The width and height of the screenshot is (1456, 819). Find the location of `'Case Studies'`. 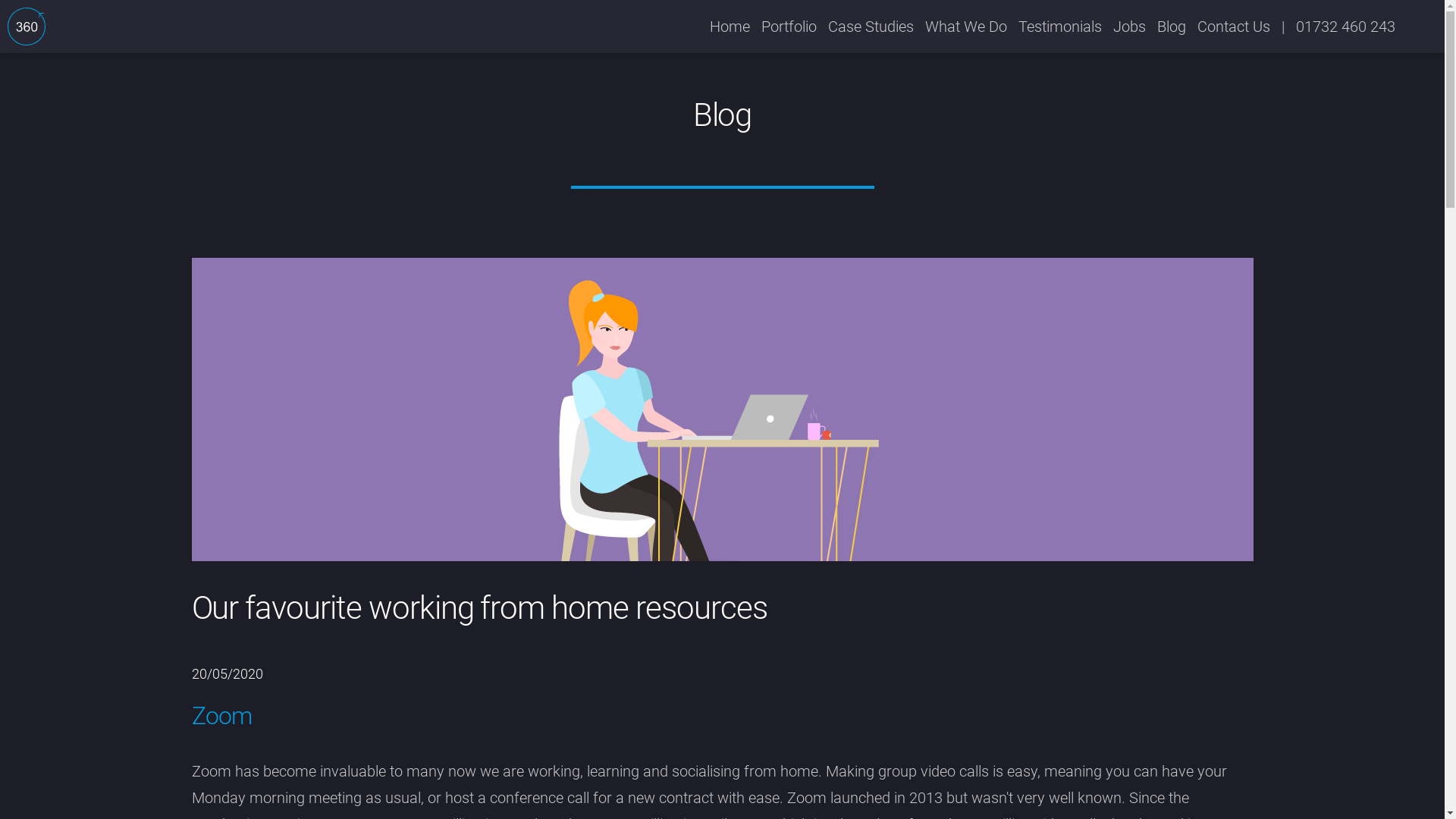

'Case Studies' is located at coordinates (827, 27).